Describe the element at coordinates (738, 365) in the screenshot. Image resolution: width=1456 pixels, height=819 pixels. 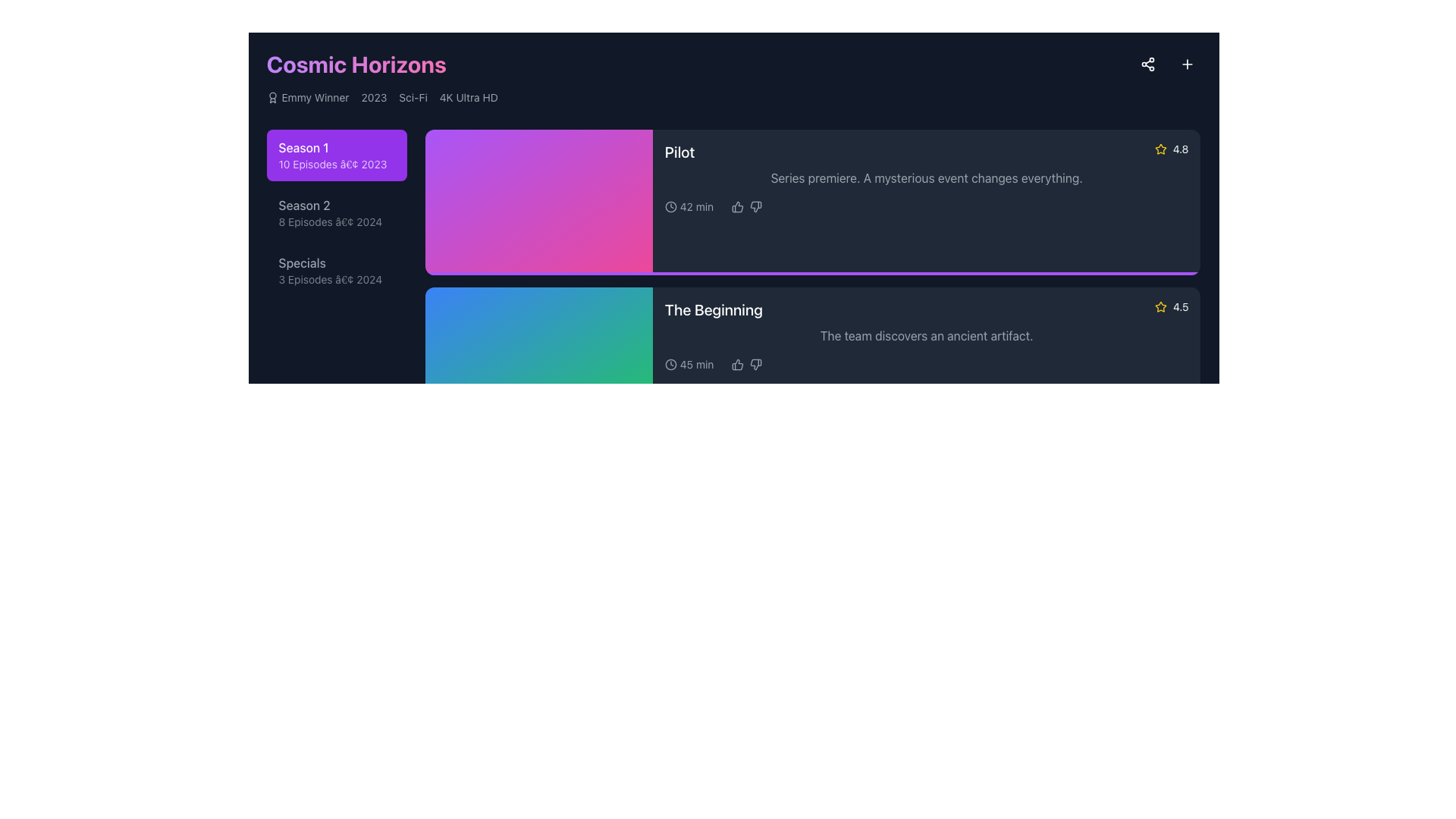
I see `the thumbs-up icon, which is a minimalistic monochrome vector icon of a hand giving a thumbs-up gesture` at that location.